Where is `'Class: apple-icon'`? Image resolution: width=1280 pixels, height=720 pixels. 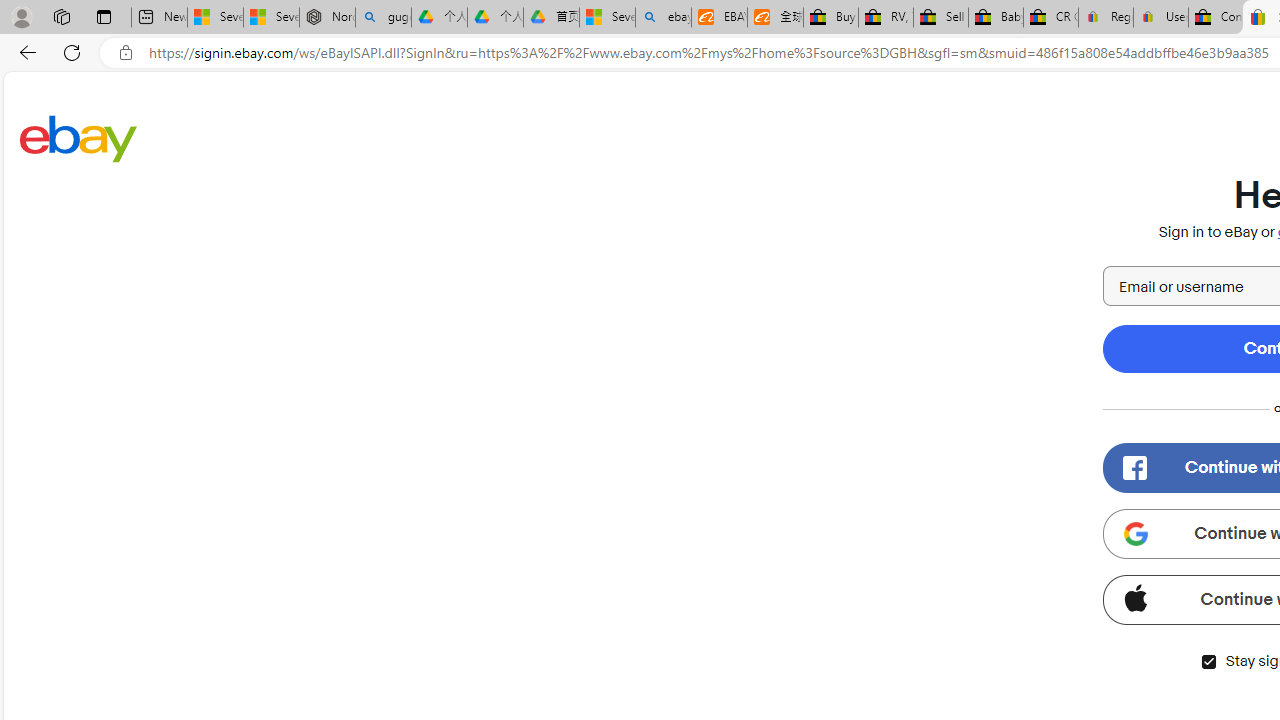 'Class: apple-icon' is located at coordinates (1135, 596).